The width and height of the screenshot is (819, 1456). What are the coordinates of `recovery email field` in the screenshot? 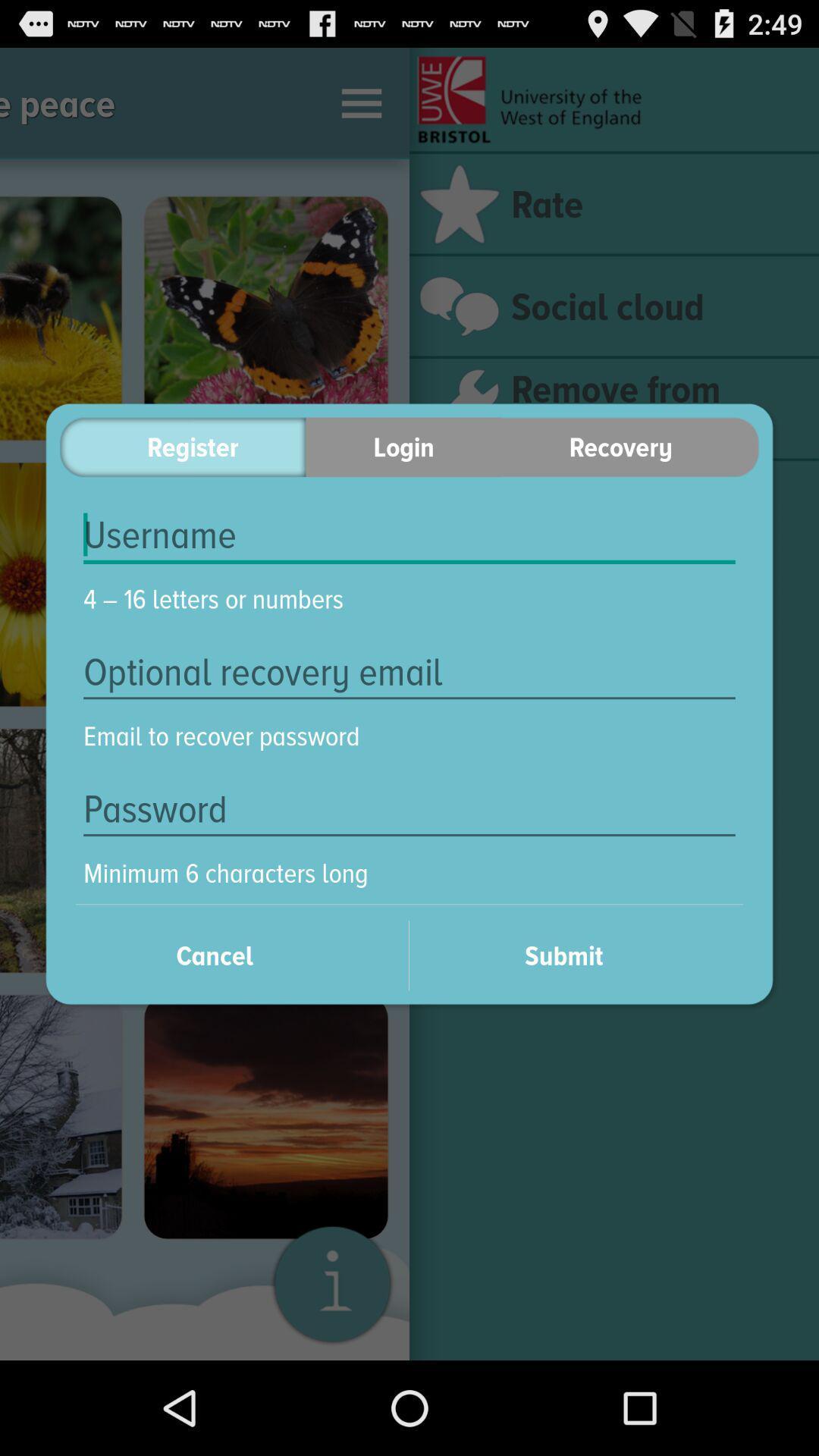 It's located at (409, 671).